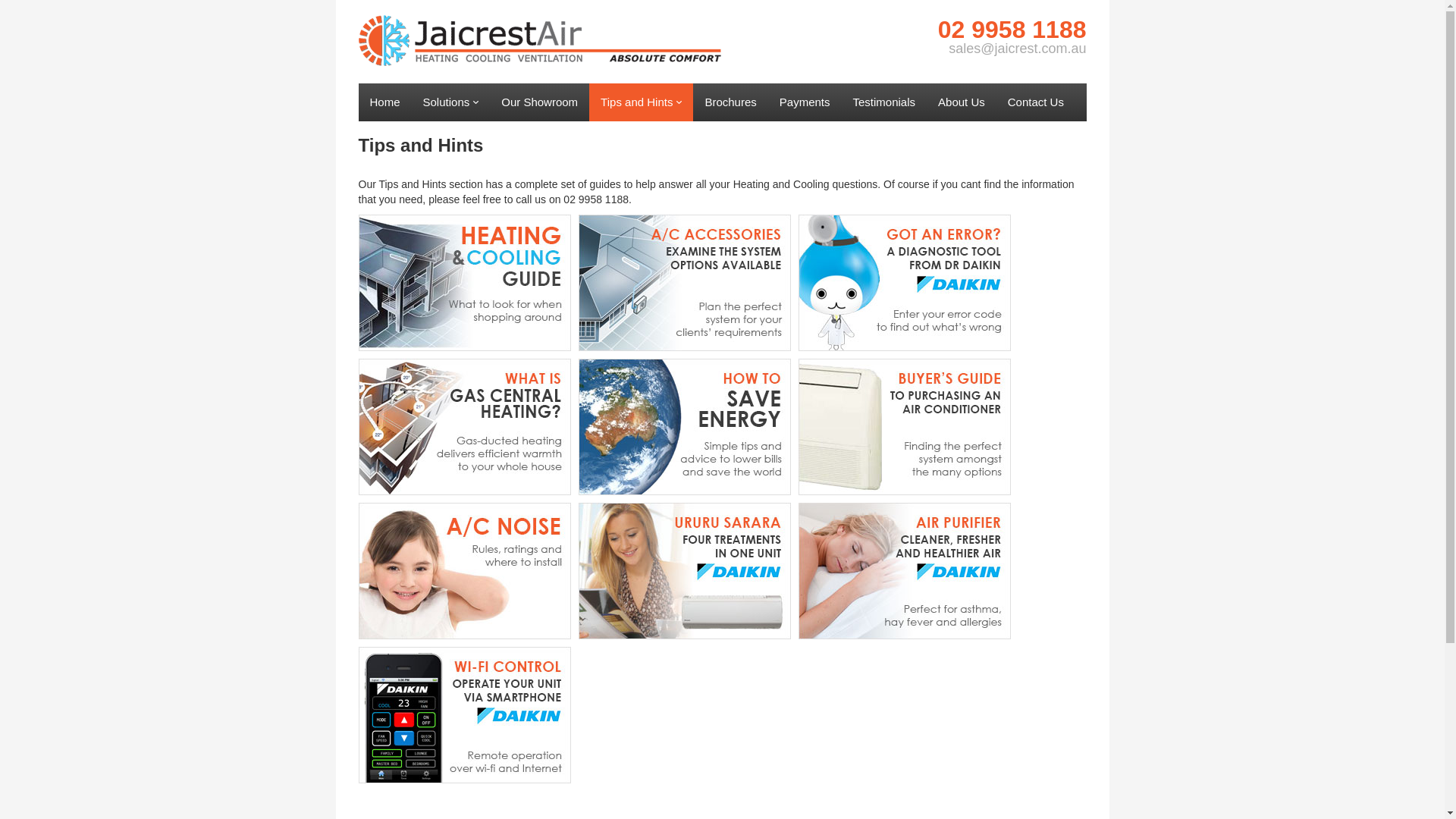 Image resolution: width=1456 pixels, height=819 pixels. Describe the element at coordinates (692, 102) in the screenshot. I see `'Brochures'` at that location.